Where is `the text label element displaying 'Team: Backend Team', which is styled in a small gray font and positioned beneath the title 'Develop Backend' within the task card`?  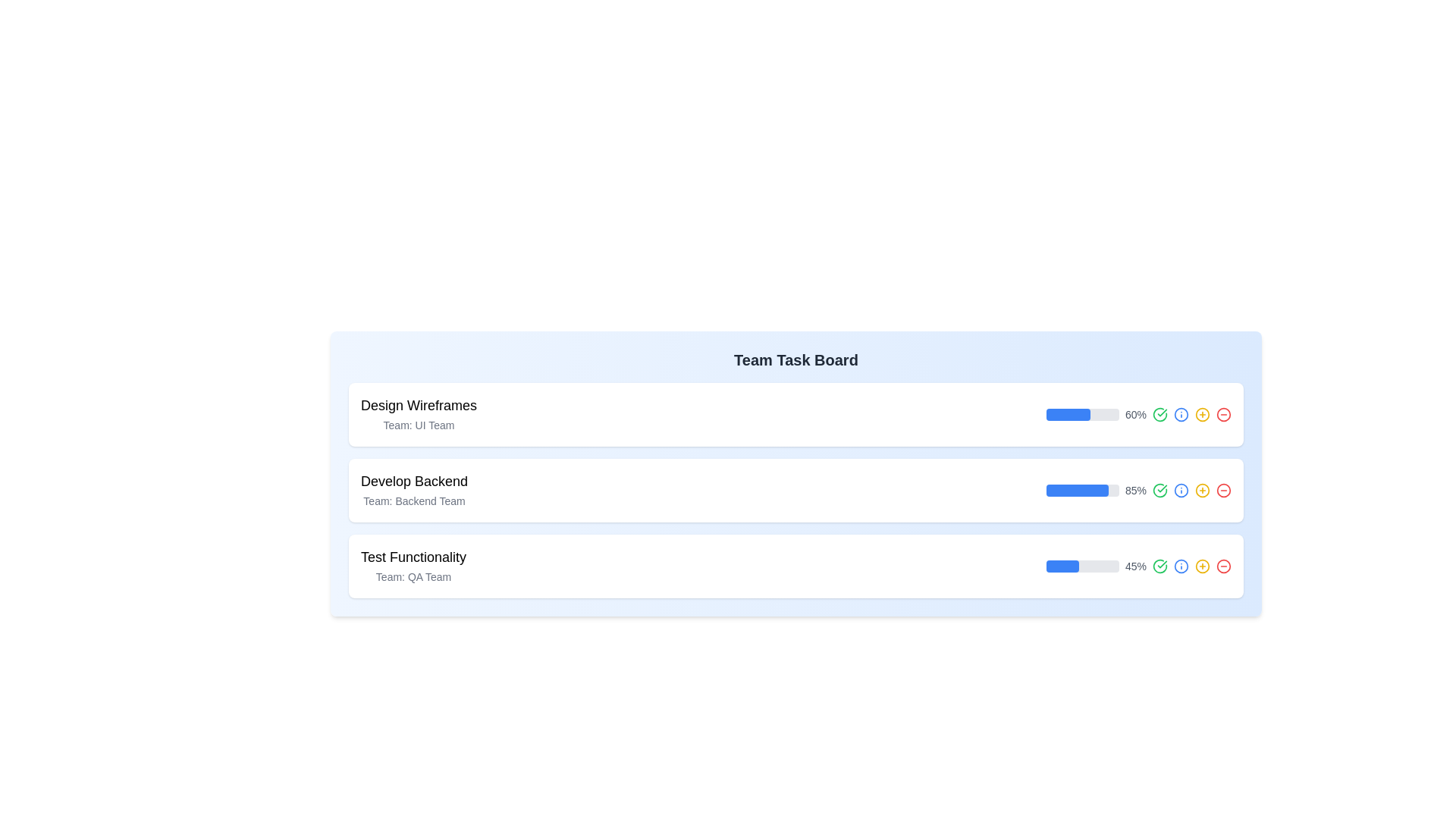 the text label element displaying 'Team: Backend Team', which is styled in a small gray font and positioned beneath the title 'Develop Backend' within the task card is located at coordinates (414, 500).